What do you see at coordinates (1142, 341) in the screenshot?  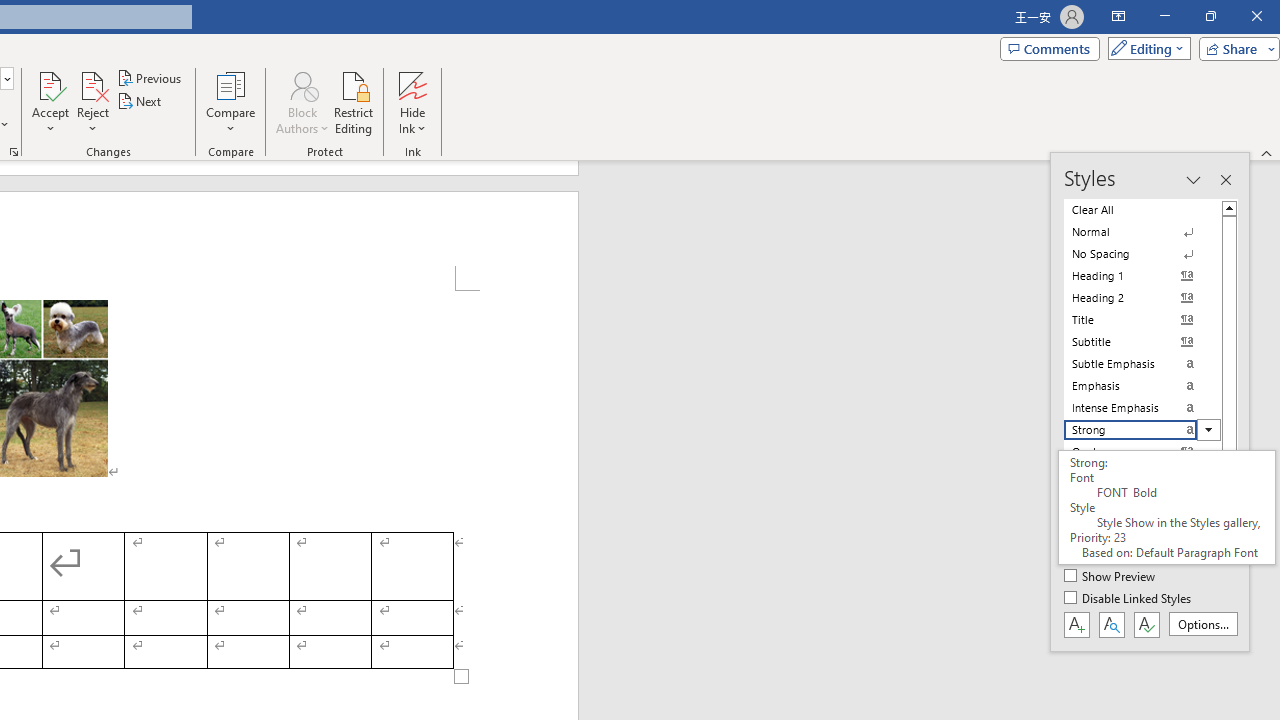 I see `'Subtitle'` at bounding box center [1142, 341].